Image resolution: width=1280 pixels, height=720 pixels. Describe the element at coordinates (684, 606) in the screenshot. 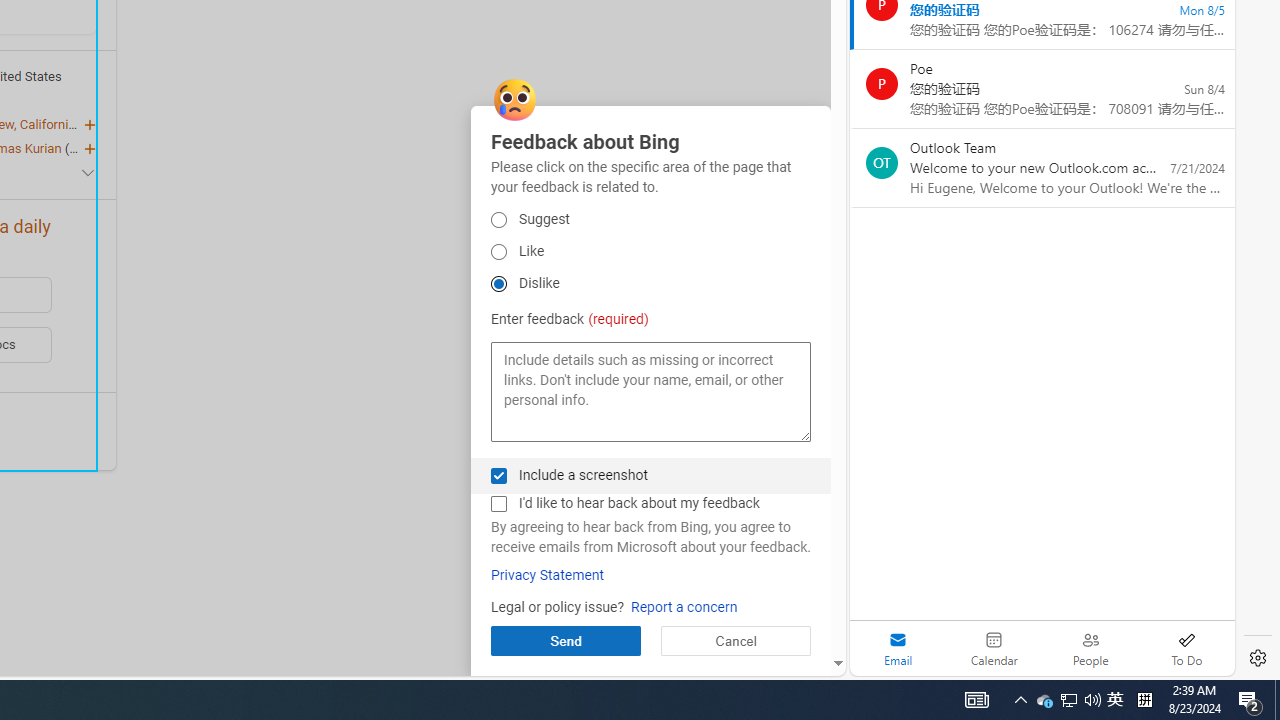

I see `'Report a concern'` at that location.